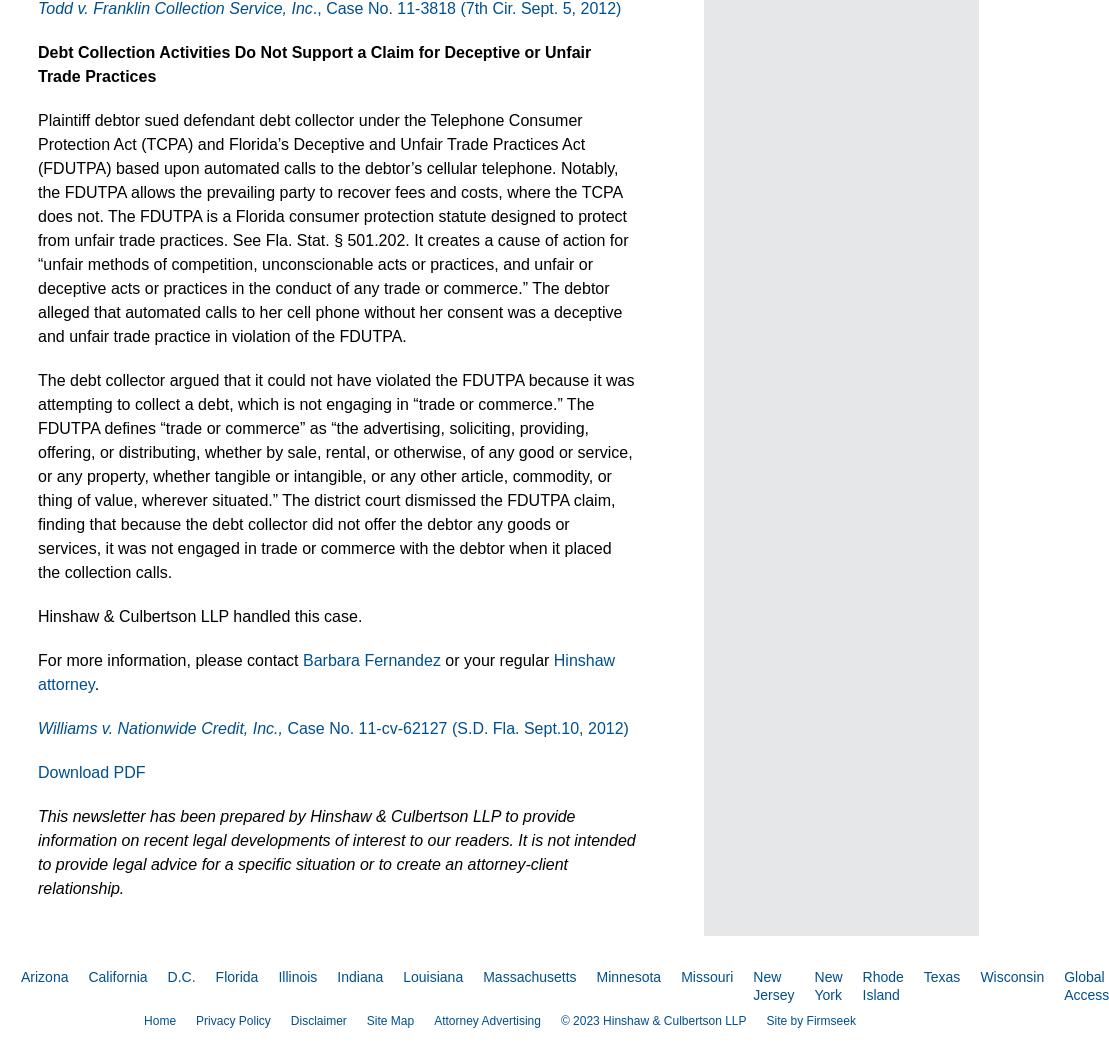 This screenshot has width=1109, height=1046. What do you see at coordinates (38, 7) in the screenshot?
I see `'Todd v. Franklin Collection Service, Inc'` at bounding box center [38, 7].